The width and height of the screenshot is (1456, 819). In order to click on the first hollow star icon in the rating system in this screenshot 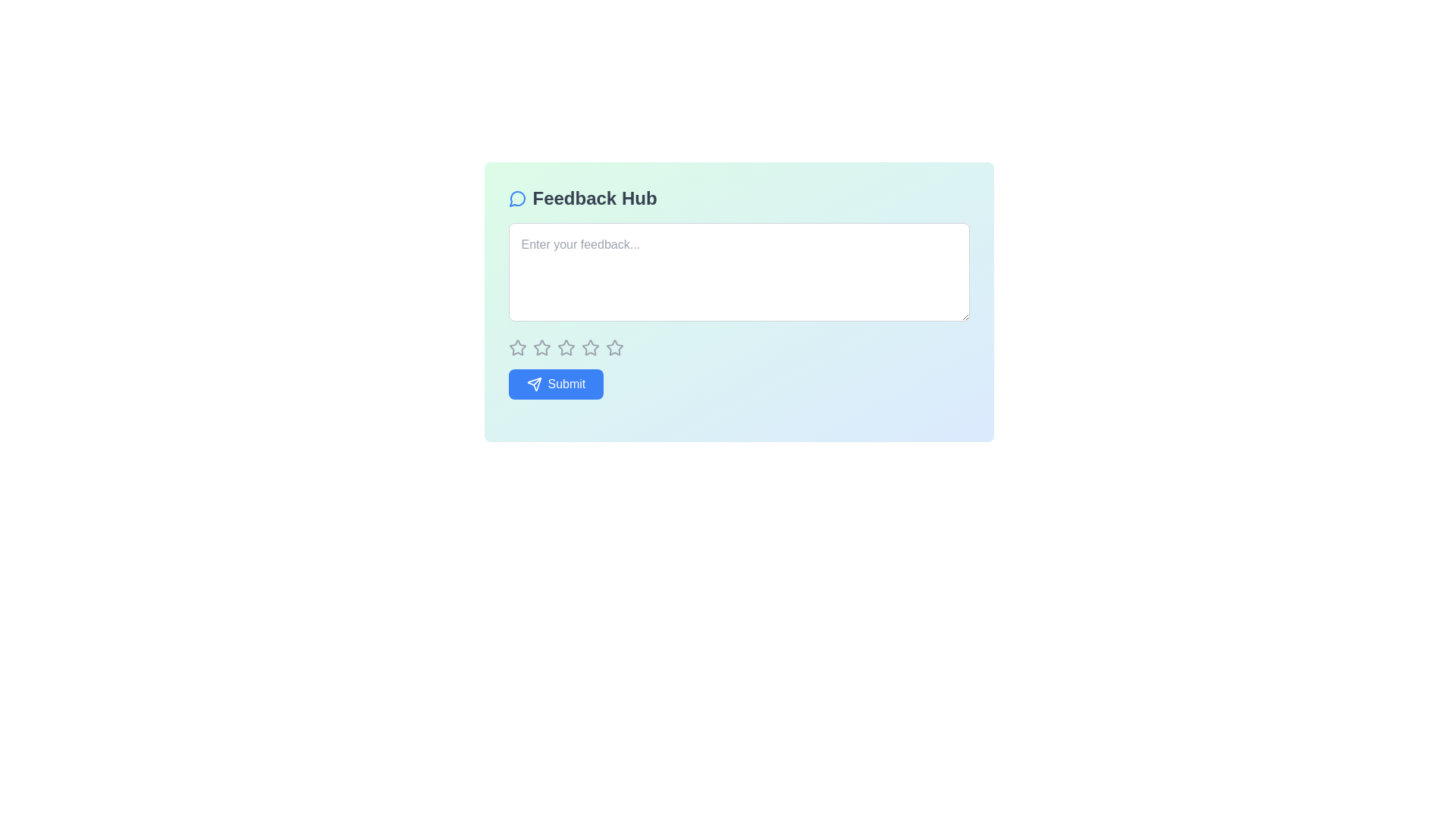, I will do `click(517, 347)`.